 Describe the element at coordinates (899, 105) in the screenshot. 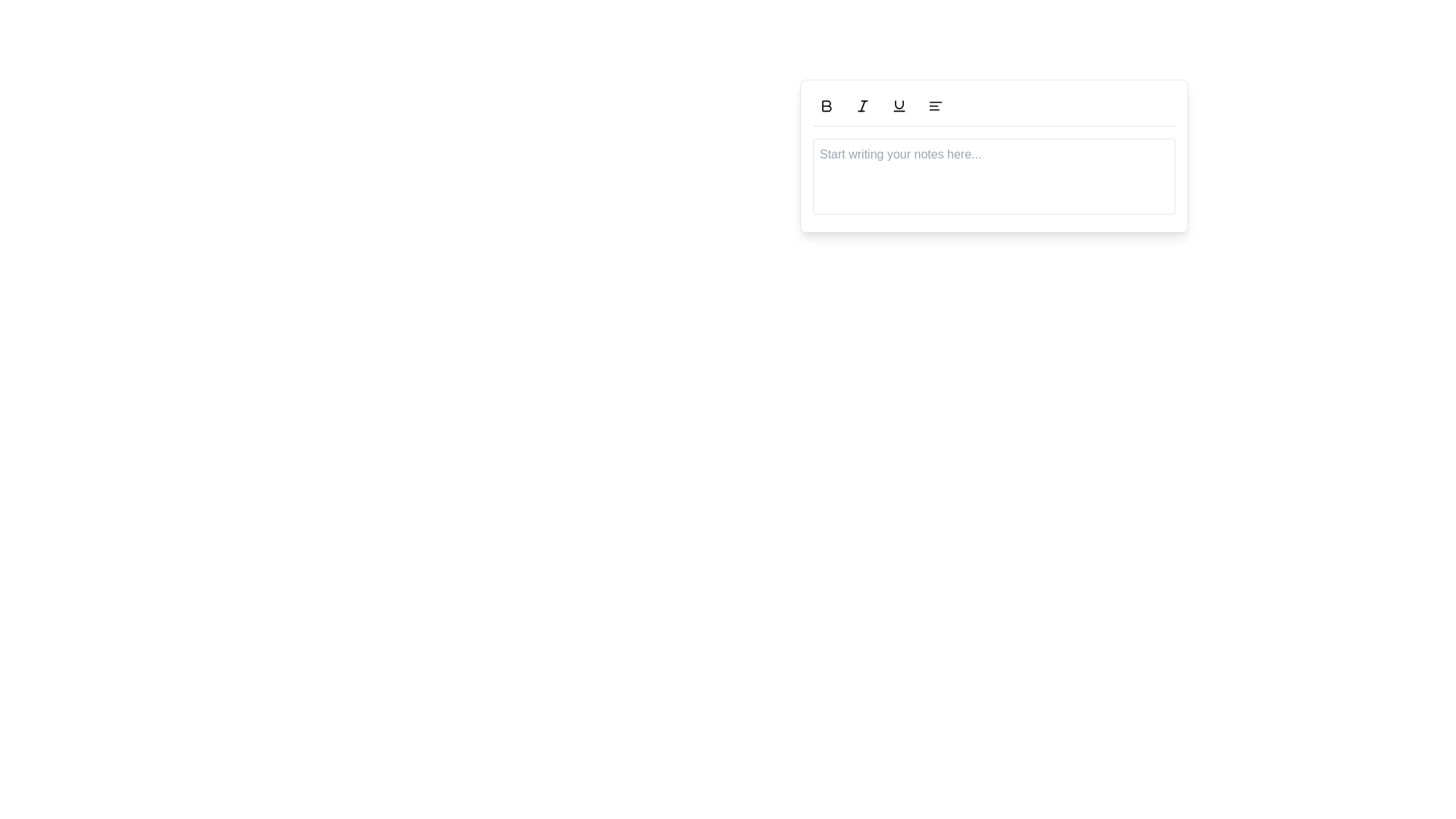

I see `the underline button in the top row of the text formatting toolbar` at that location.